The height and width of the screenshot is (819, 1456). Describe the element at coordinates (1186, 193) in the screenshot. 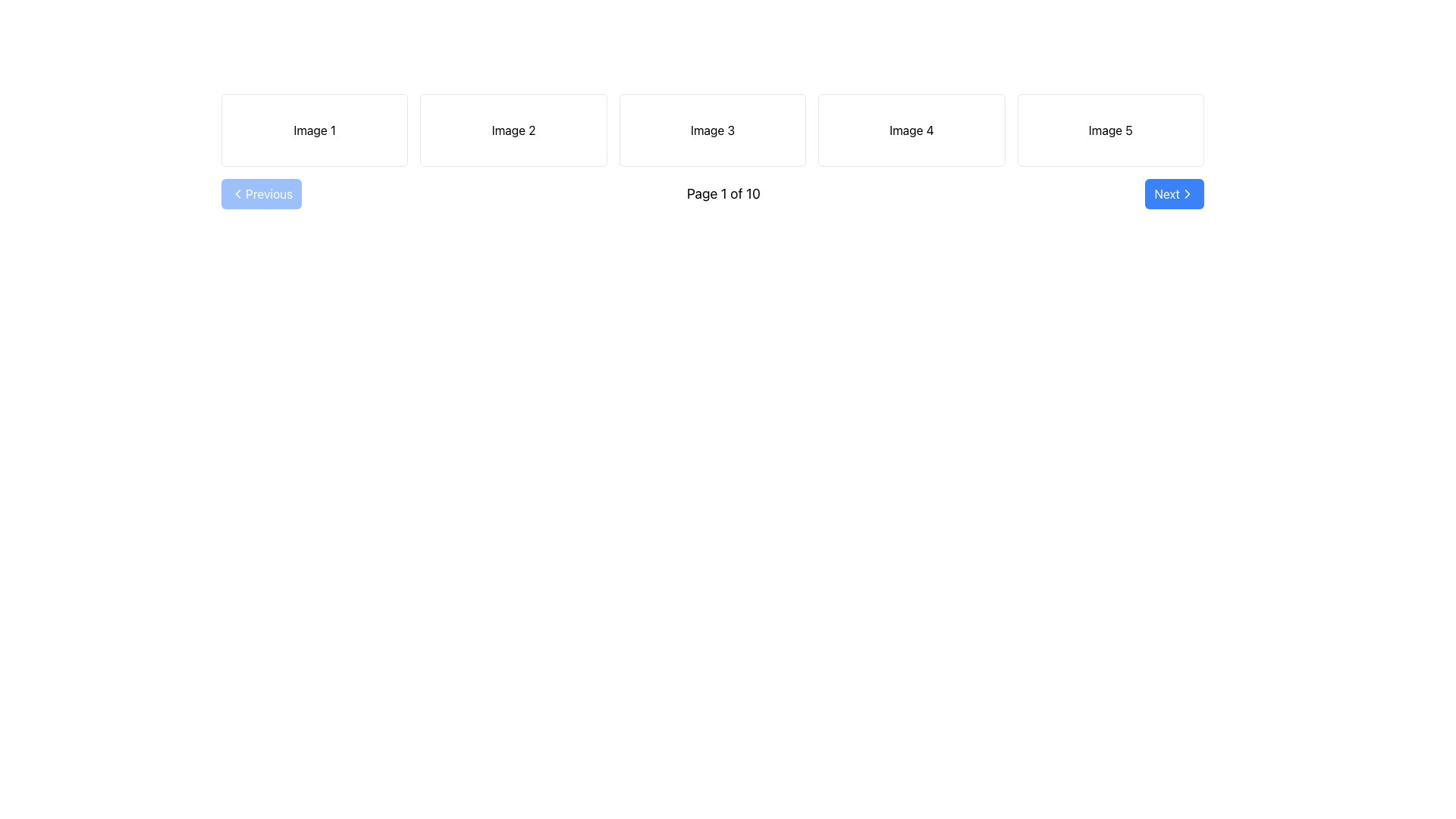

I see `the right-facing chevron icon within the 'Next' button, which indicates an action to move to the next page or item in a sequence` at that location.